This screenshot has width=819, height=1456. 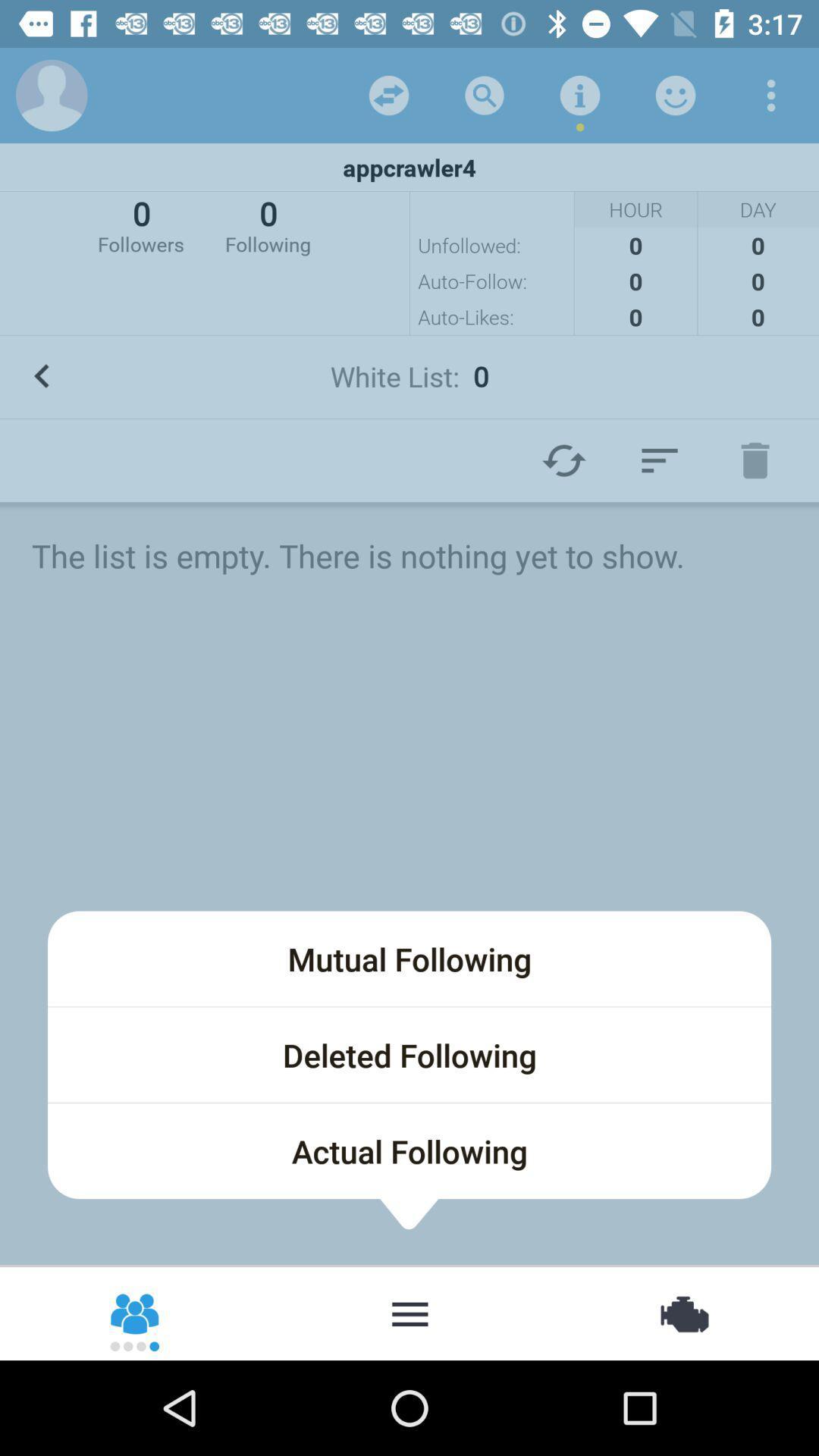 What do you see at coordinates (51, 94) in the screenshot?
I see `open user profile tab` at bounding box center [51, 94].